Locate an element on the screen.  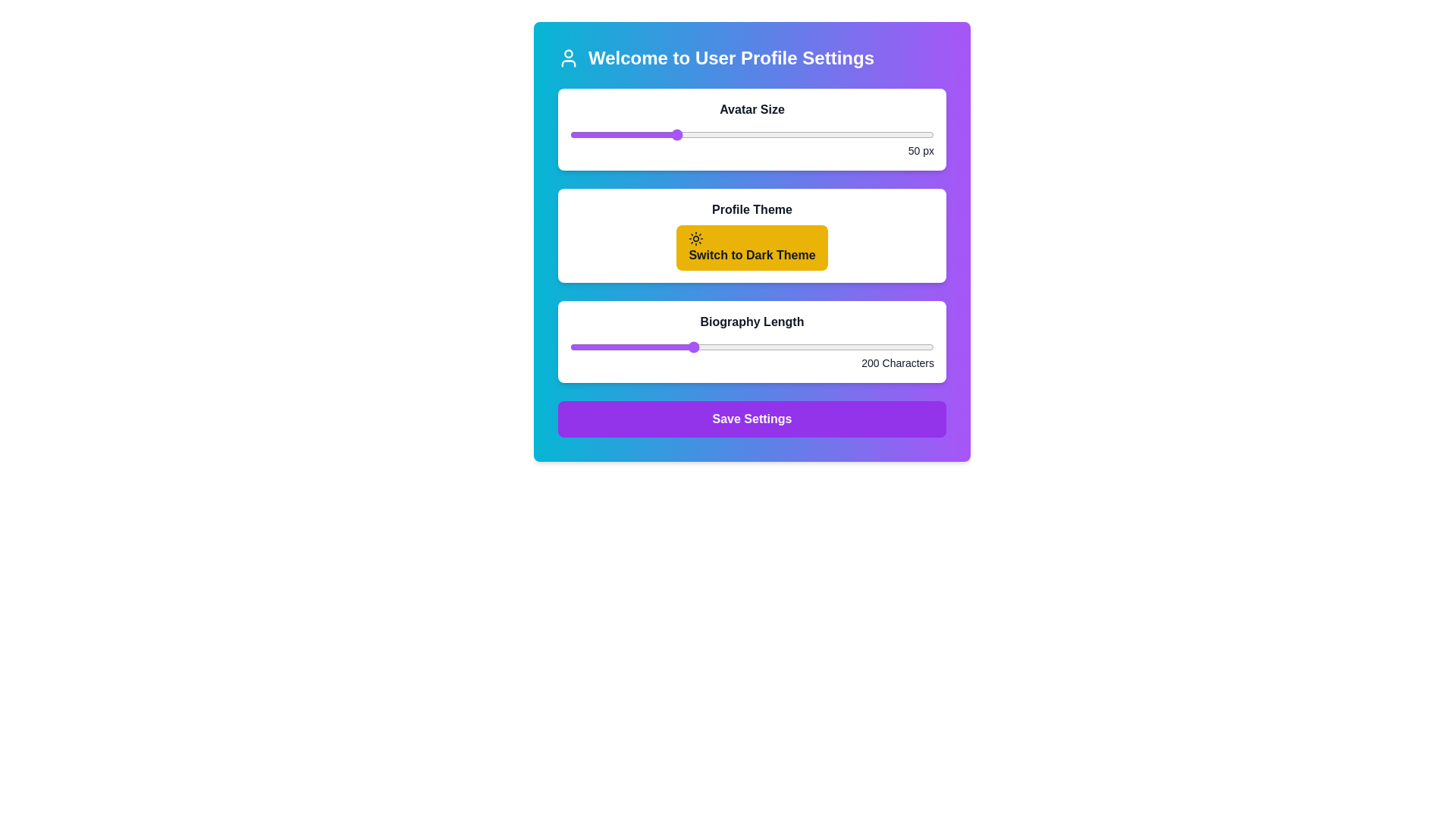
the SVG Circle element that visually complements the user icon, located at the top-left of the application's interface, part of the head shape is located at coordinates (567, 52).